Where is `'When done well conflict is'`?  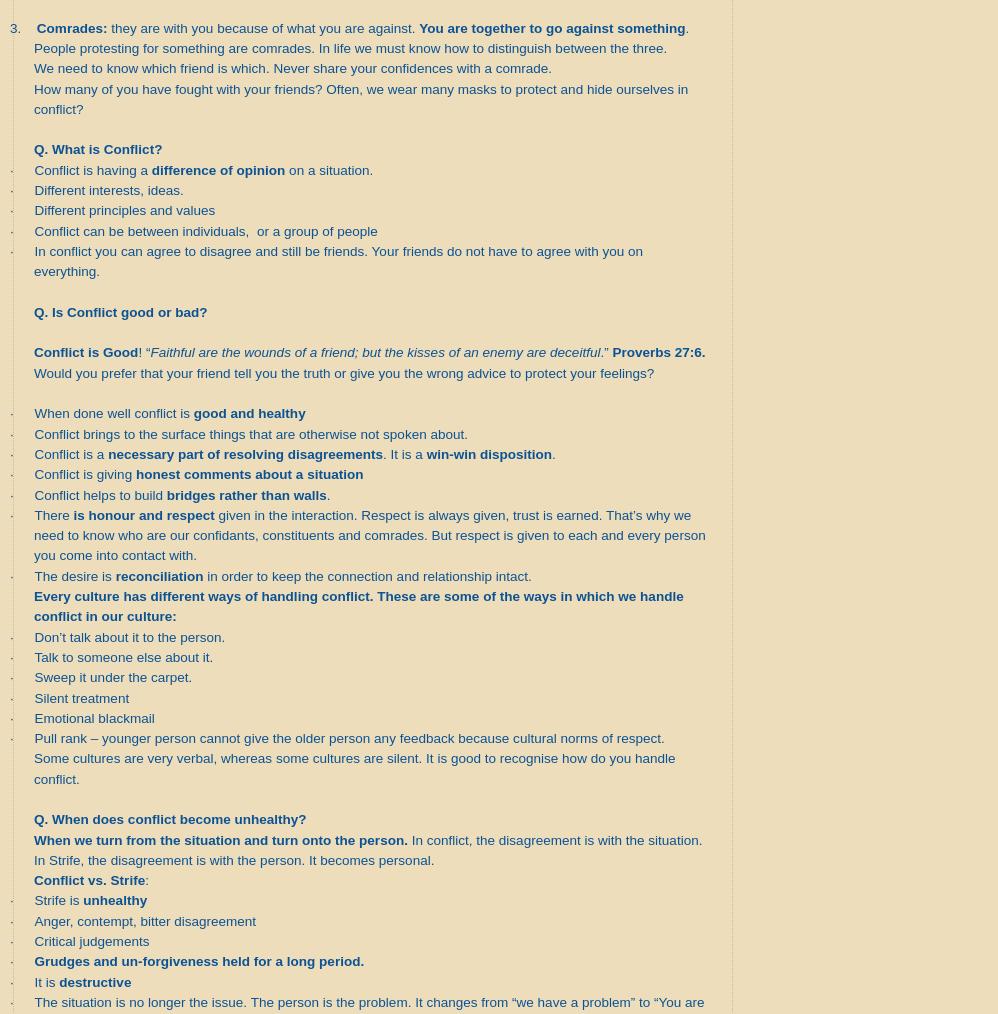
'When done well conflict is' is located at coordinates (113, 412).